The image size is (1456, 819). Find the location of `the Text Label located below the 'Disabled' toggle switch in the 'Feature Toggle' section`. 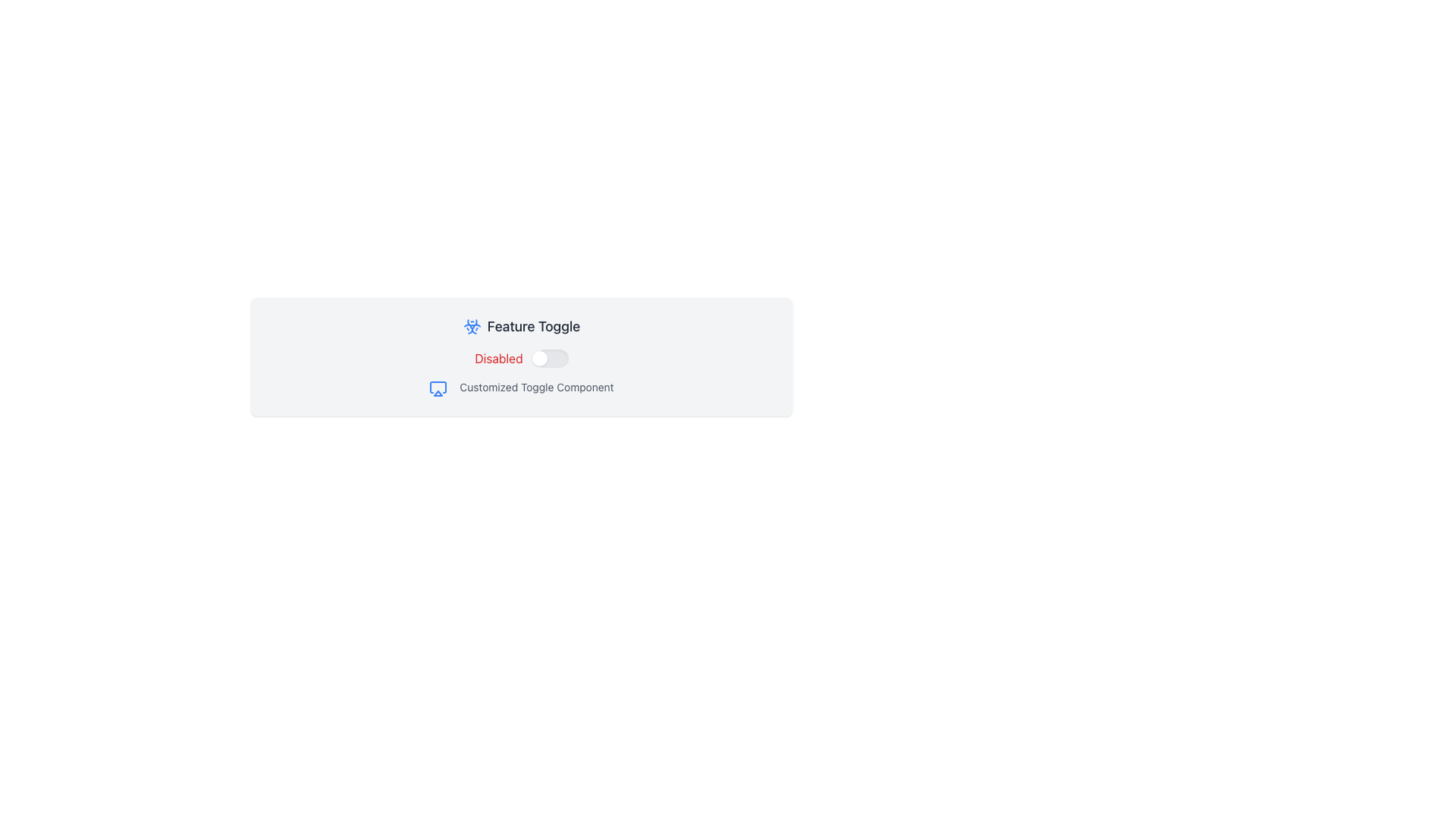

the Text Label located below the 'Disabled' toggle switch in the 'Feature Toggle' section is located at coordinates (521, 388).